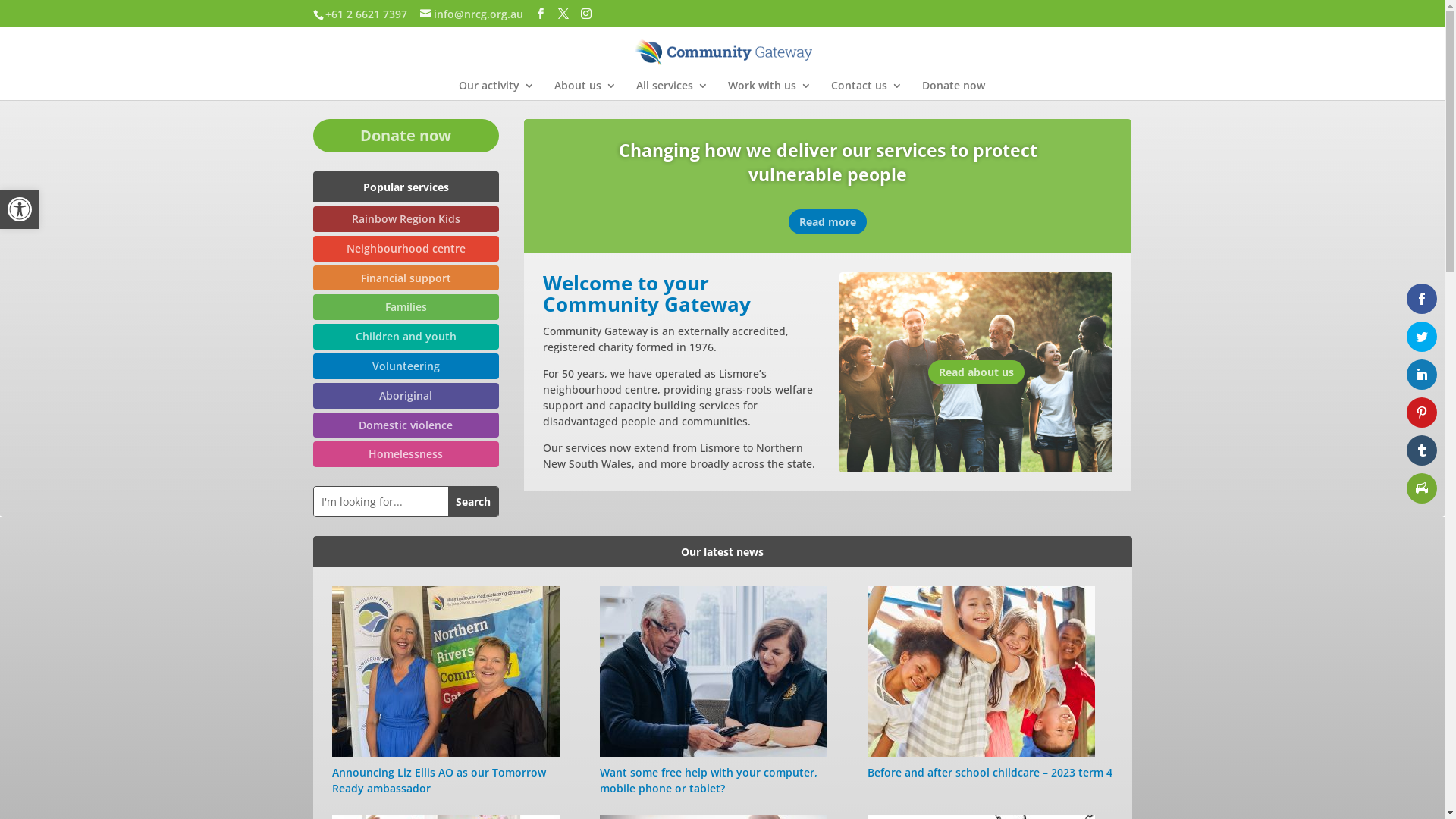 The image size is (1456, 819). Describe the element at coordinates (405, 425) in the screenshot. I see `'Domestic violence'` at that location.